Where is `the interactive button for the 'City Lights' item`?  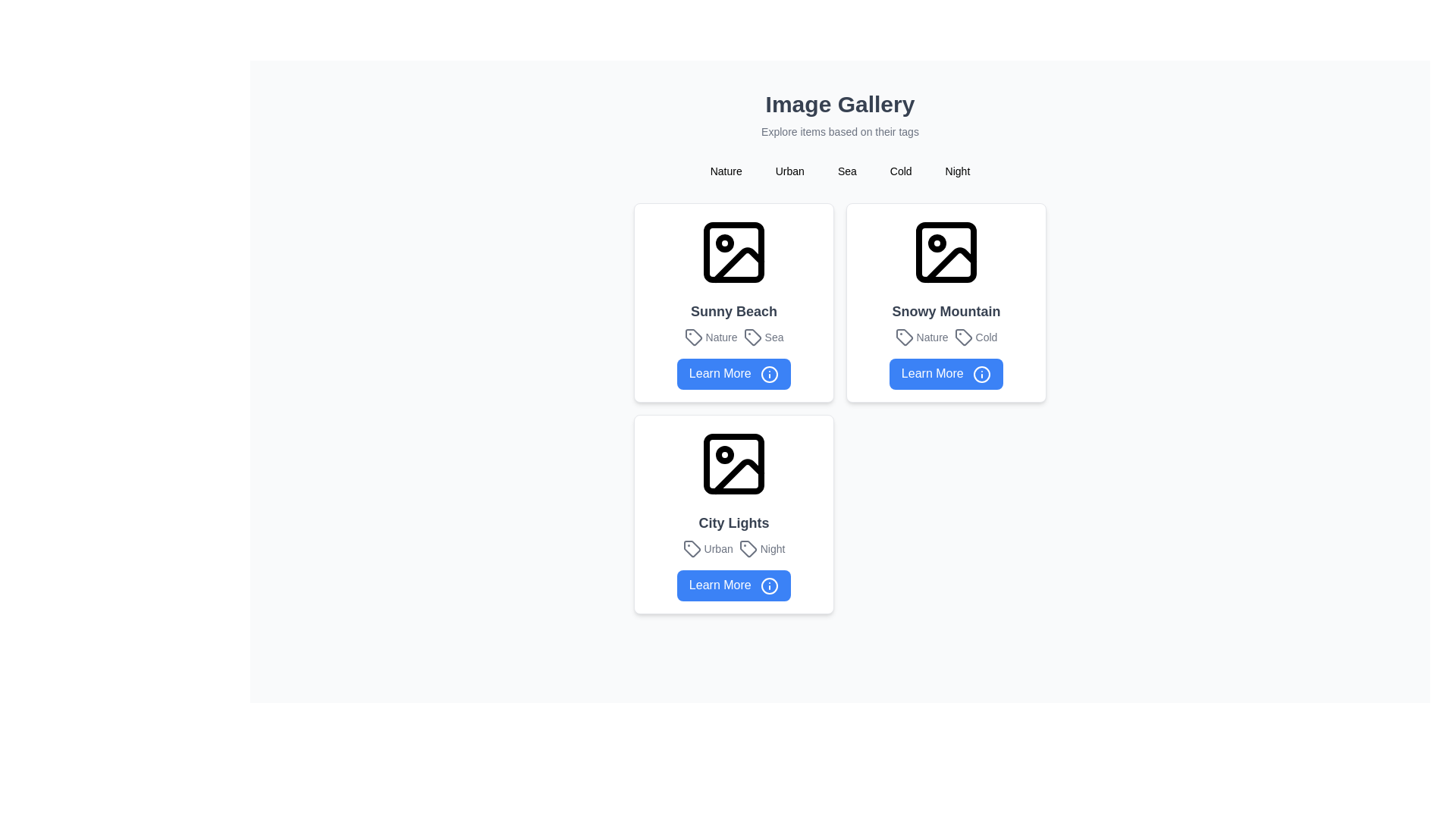 the interactive button for the 'City Lights' item is located at coordinates (734, 585).